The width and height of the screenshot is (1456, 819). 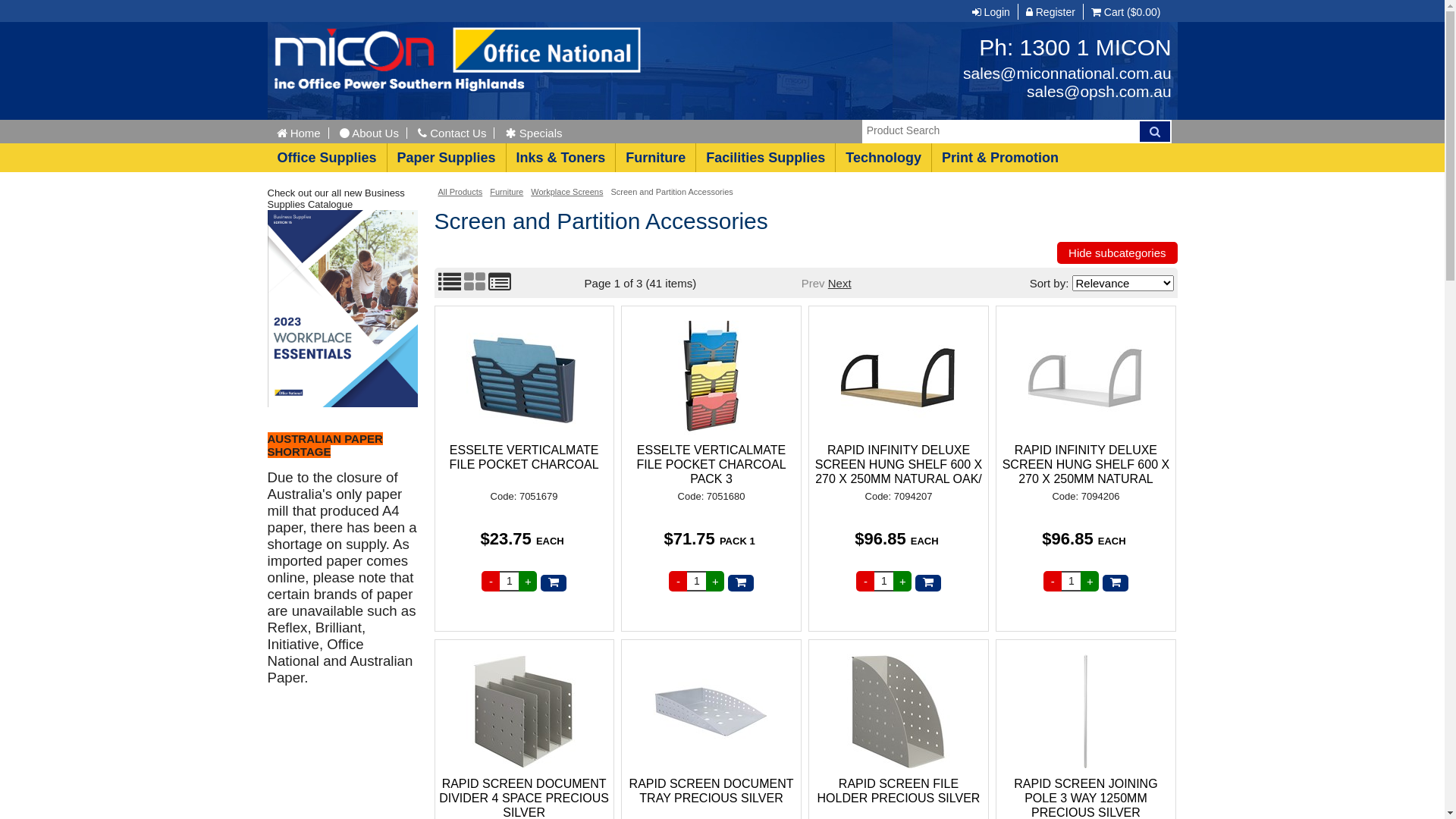 I want to click on 'Technology', so click(x=883, y=158).